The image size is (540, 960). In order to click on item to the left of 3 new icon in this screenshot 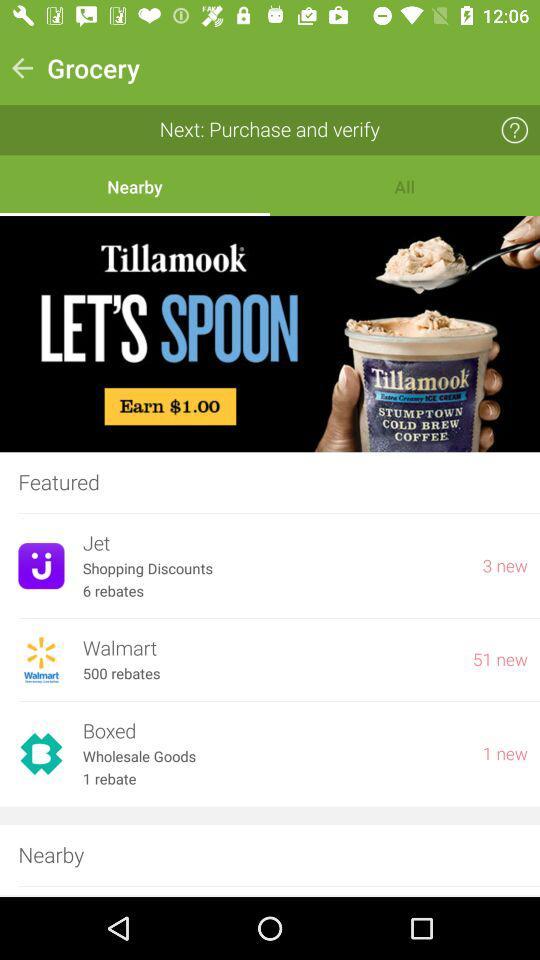, I will do `click(272, 569)`.